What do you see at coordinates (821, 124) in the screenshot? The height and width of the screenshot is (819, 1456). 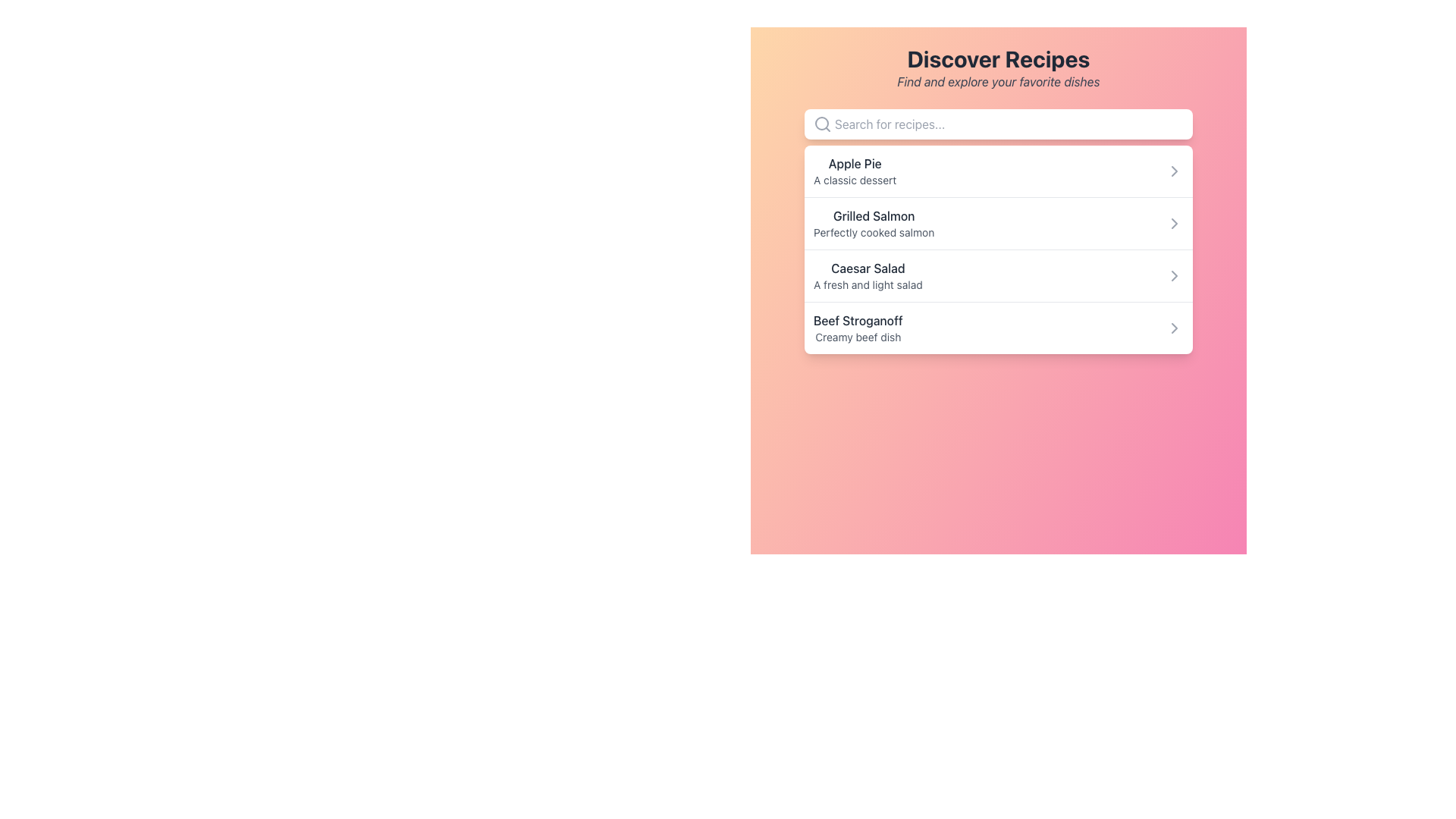 I see `the search bar icon located to the left of the placeholder text 'Search for recipes...' in the search bar component` at bounding box center [821, 124].